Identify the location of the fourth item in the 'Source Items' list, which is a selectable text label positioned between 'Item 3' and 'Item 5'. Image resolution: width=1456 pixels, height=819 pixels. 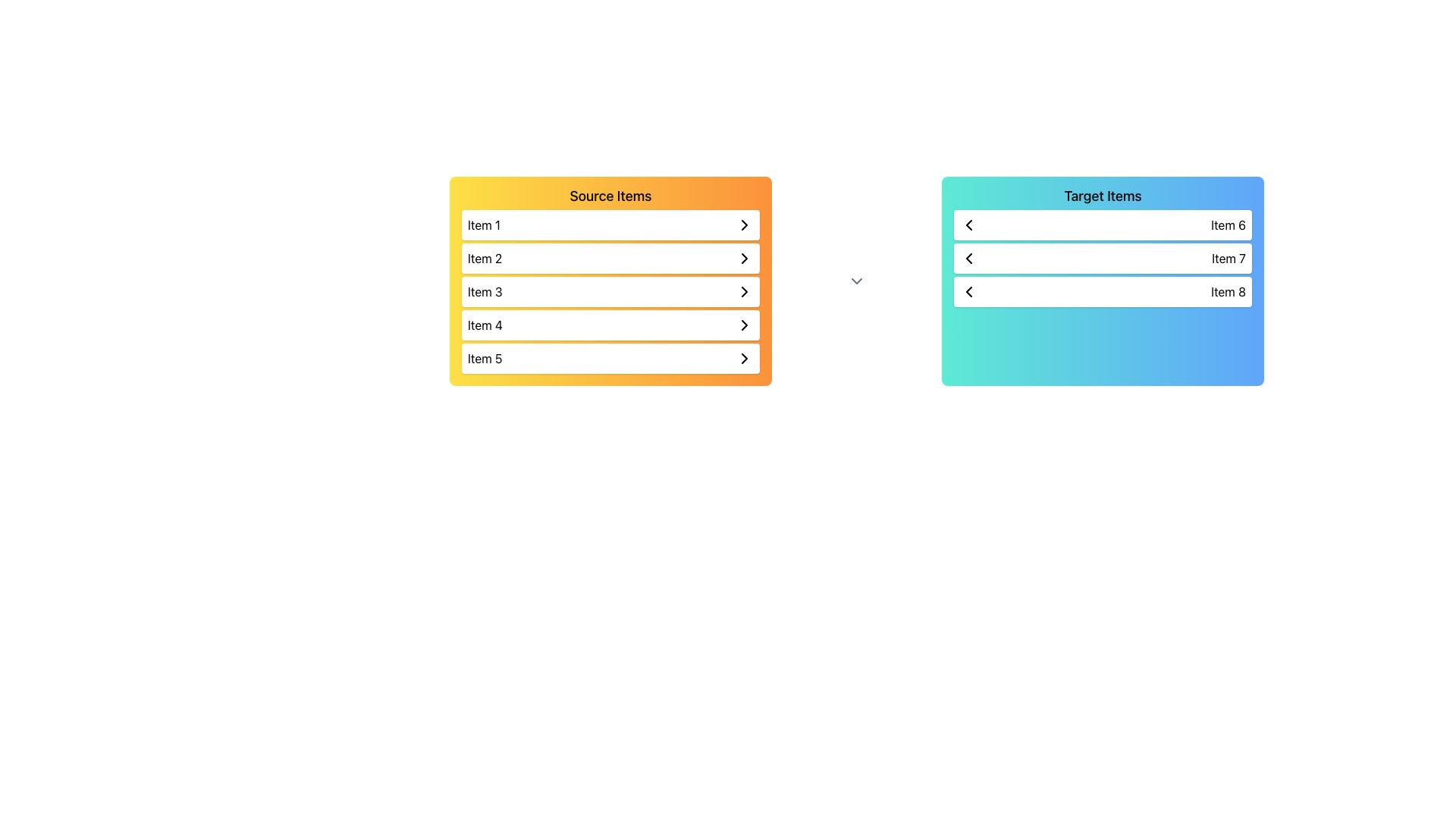
(484, 324).